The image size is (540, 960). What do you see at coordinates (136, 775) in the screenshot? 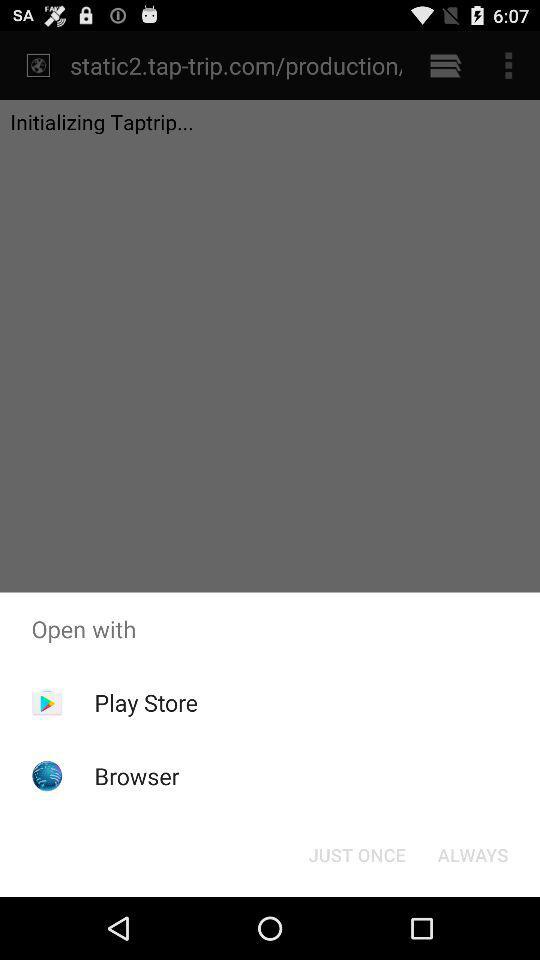
I see `item below the play store` at bounding box center [136, 775].